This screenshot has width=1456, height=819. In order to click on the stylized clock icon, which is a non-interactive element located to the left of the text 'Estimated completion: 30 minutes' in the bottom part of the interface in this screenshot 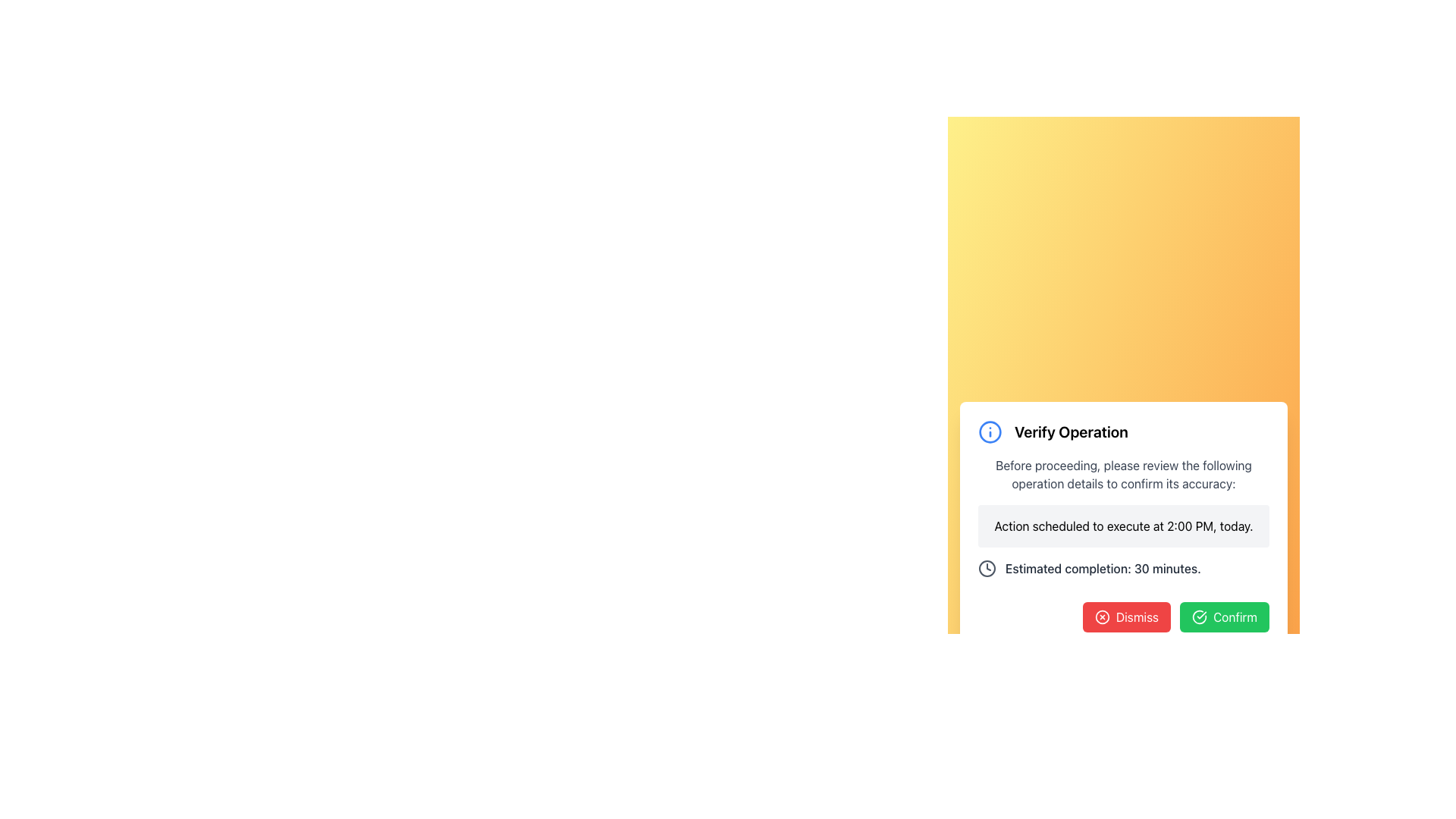, I will do `click(987, 568)`.